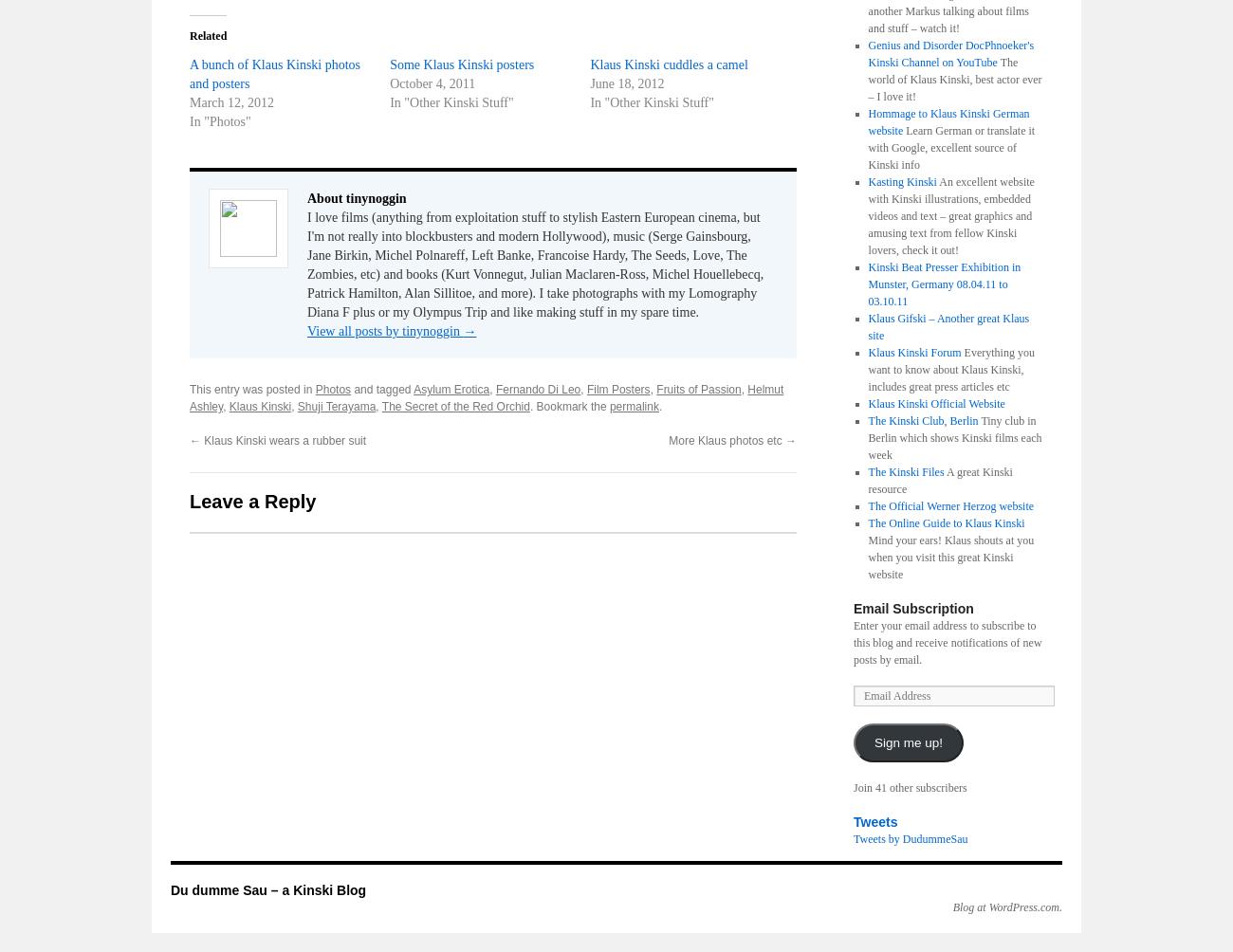  I want to click on 'Tweets by DudummeSau', so click(911, 838).